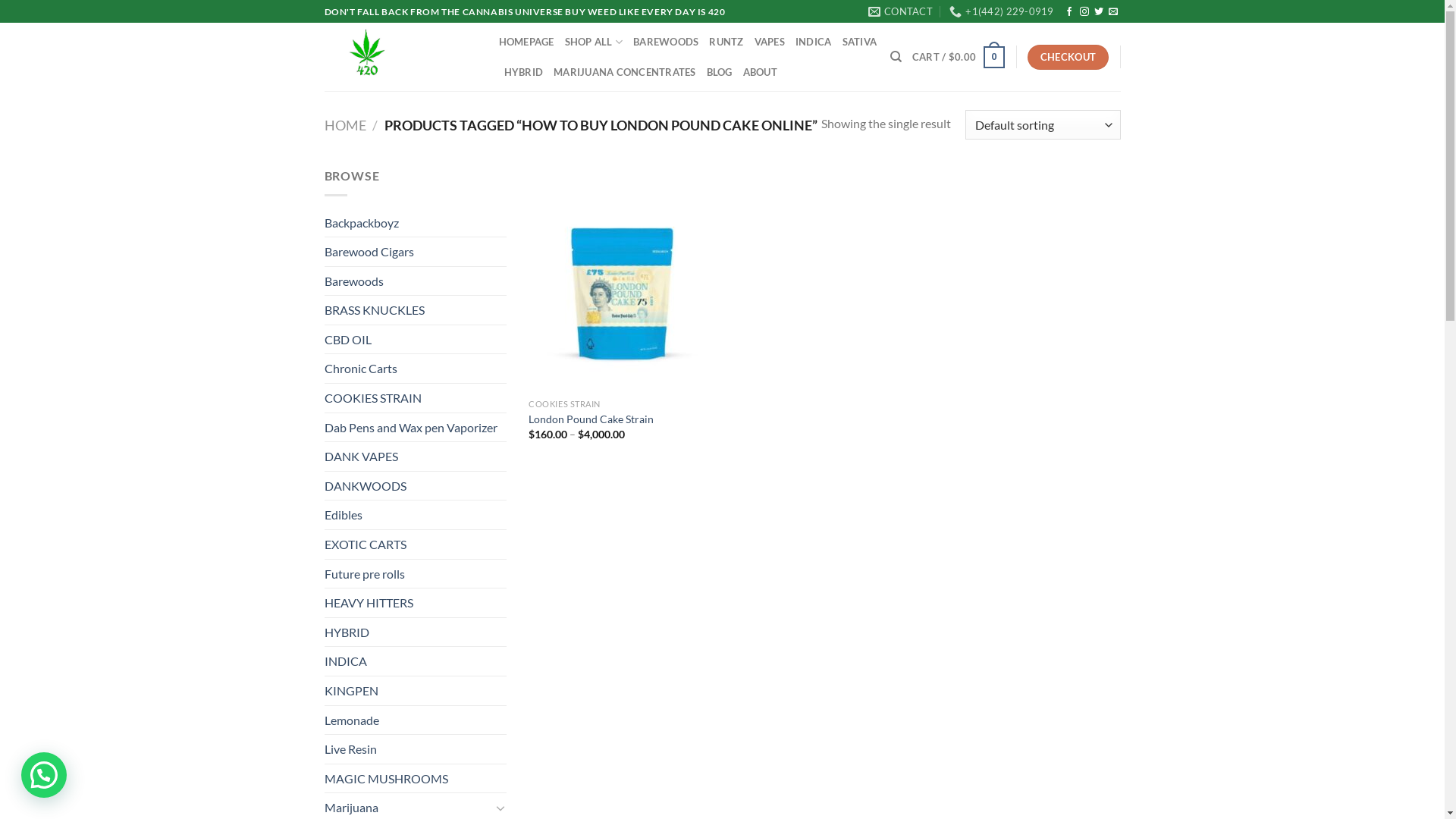 The width and height of the screenshot is (1456, 819). I want to click on 'CONTACT', so click(868, 11).